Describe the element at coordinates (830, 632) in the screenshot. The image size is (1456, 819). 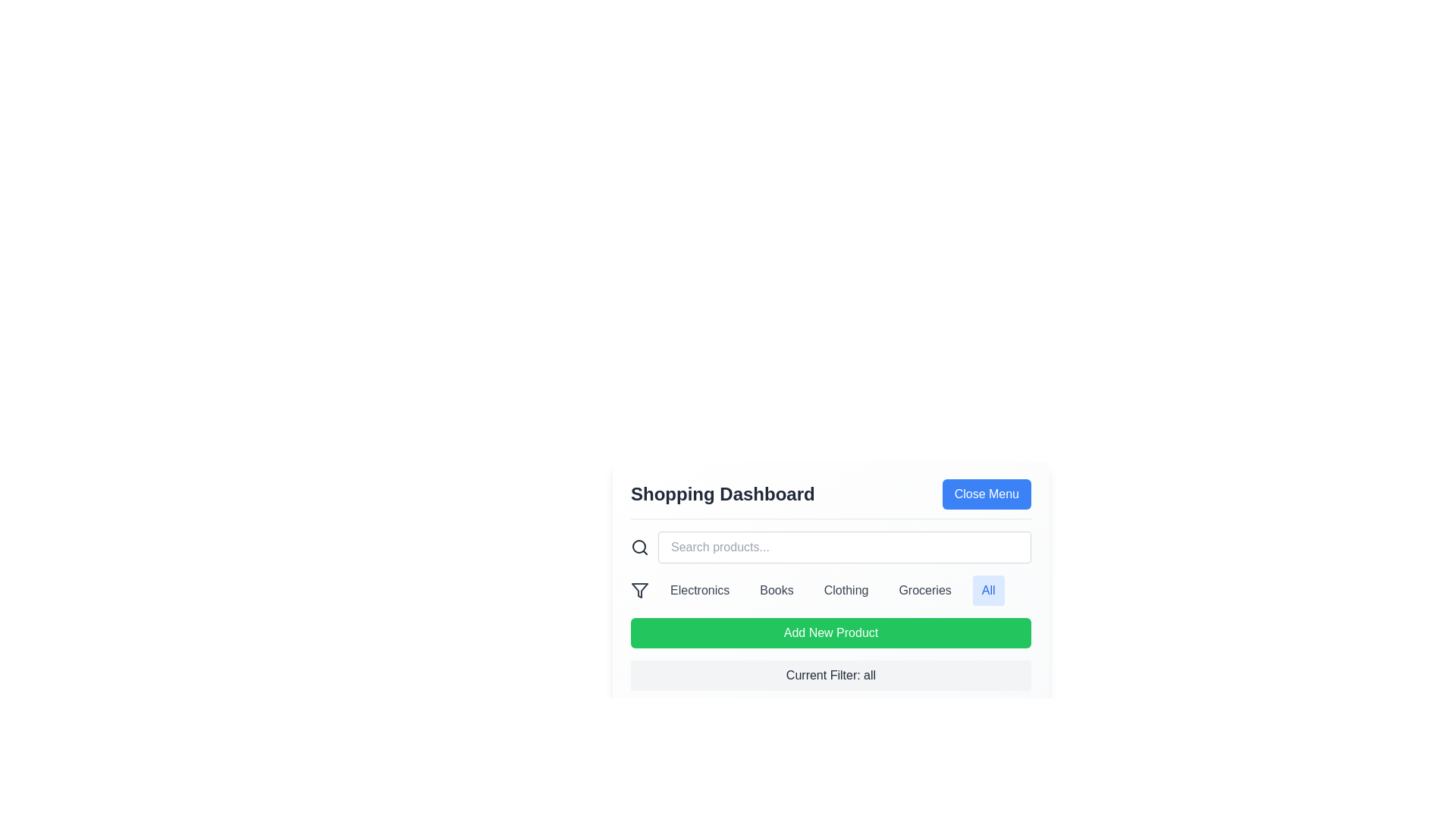
I see `the green button labeled 'Add New Product' located below the category buttons to initiate adding a new product` at that location.